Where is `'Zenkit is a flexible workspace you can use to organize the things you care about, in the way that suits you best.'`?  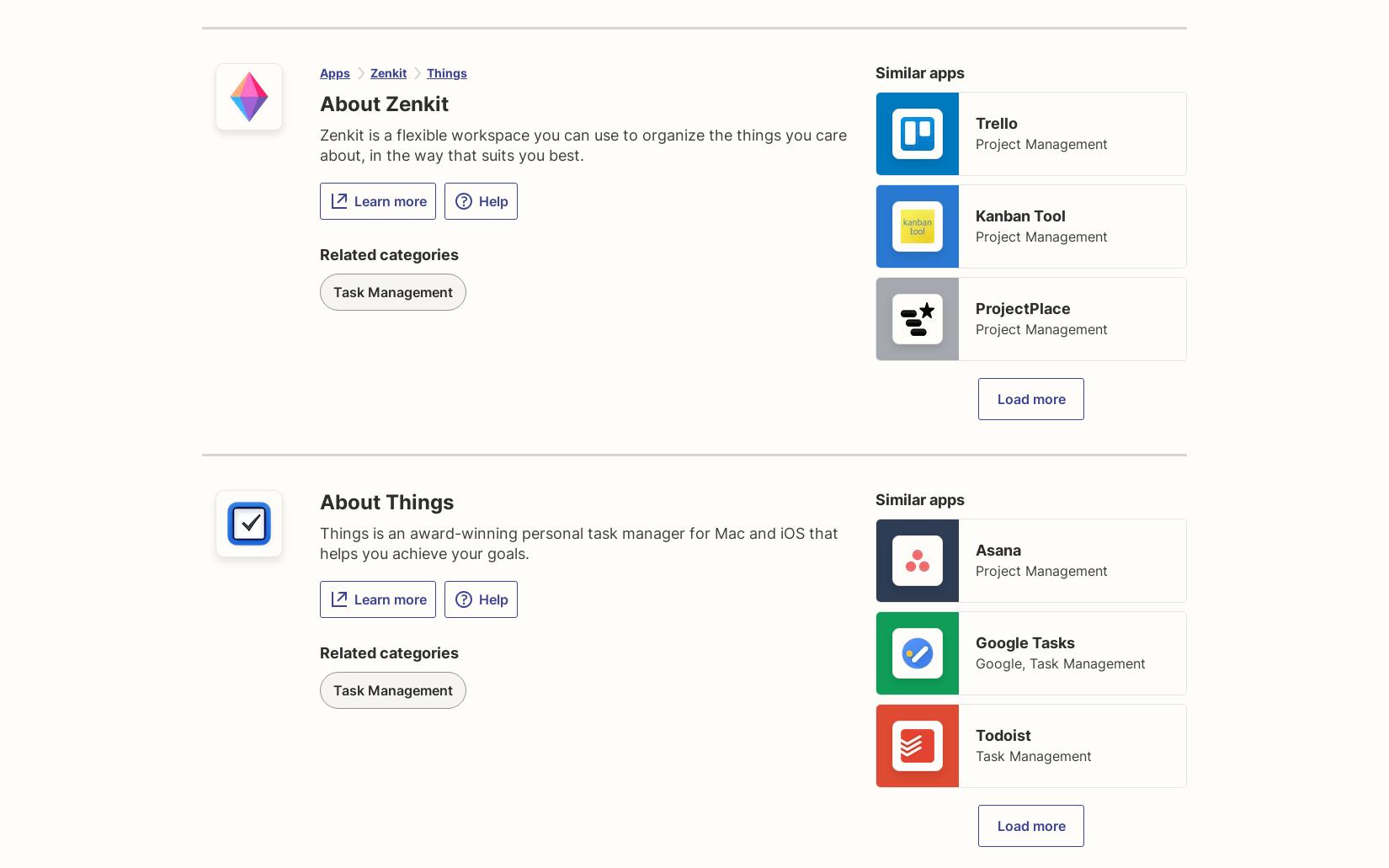 'Zenkit is a flexible workspace you can use to organize the things you care about, in the way that suits you best.' is located at coordinates (583, 144).